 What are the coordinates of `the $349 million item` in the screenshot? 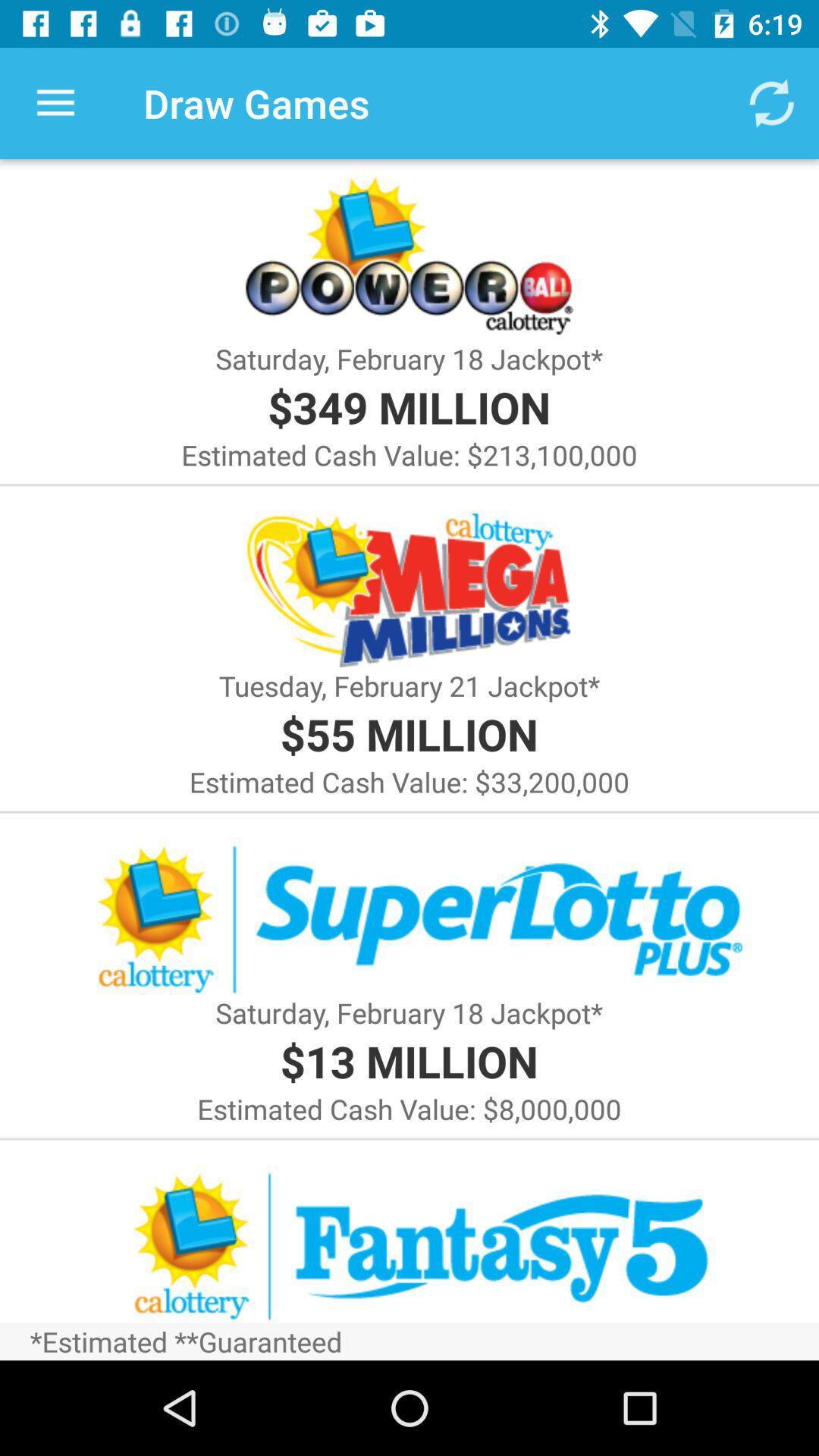 It's located at (408, 406).